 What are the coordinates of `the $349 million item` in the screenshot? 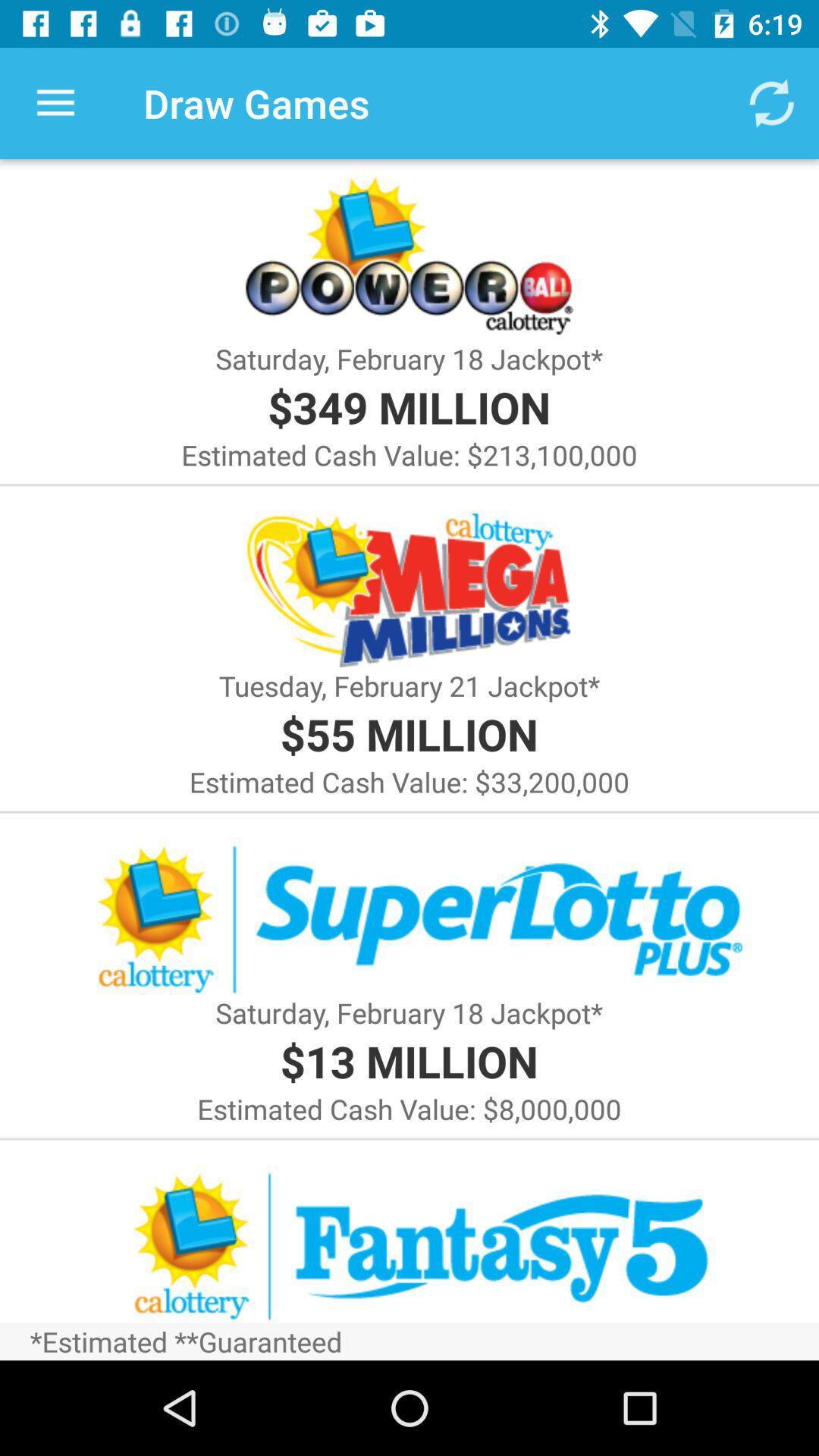 It's located at (408, 406).